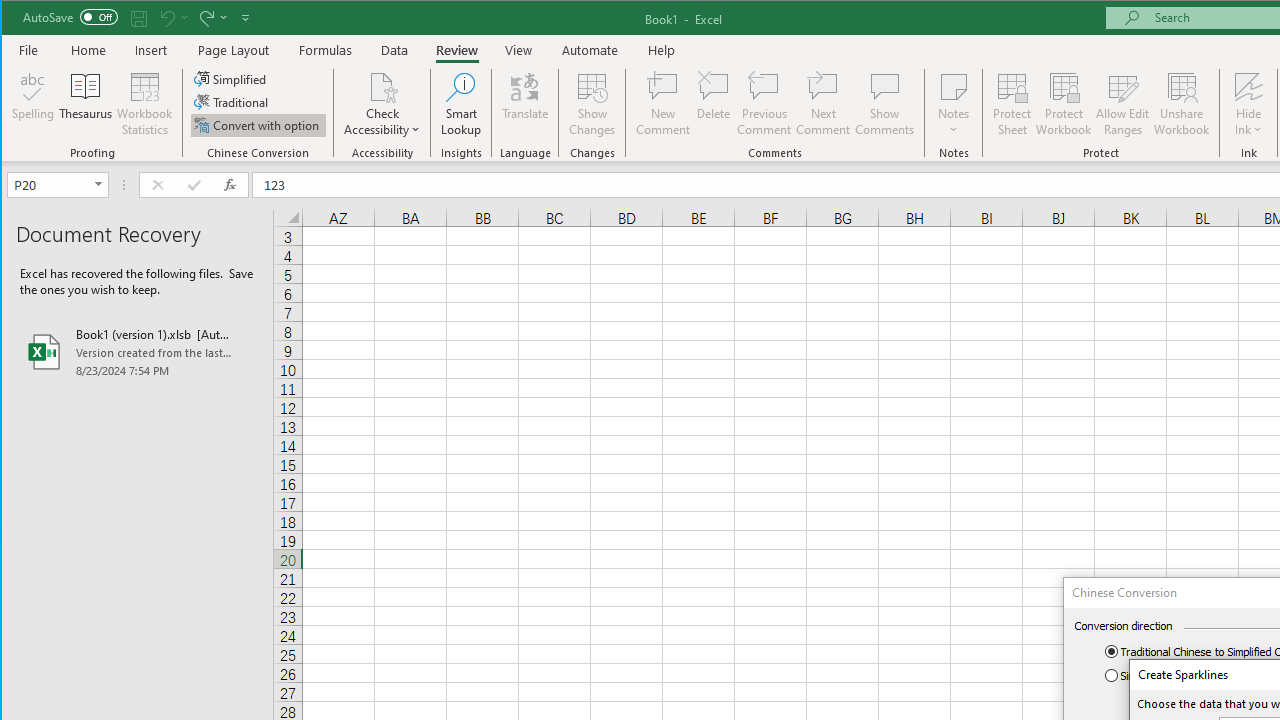 The image size is (1280, 720). I want to click on 'Check Accessibility', so click(382, 104).